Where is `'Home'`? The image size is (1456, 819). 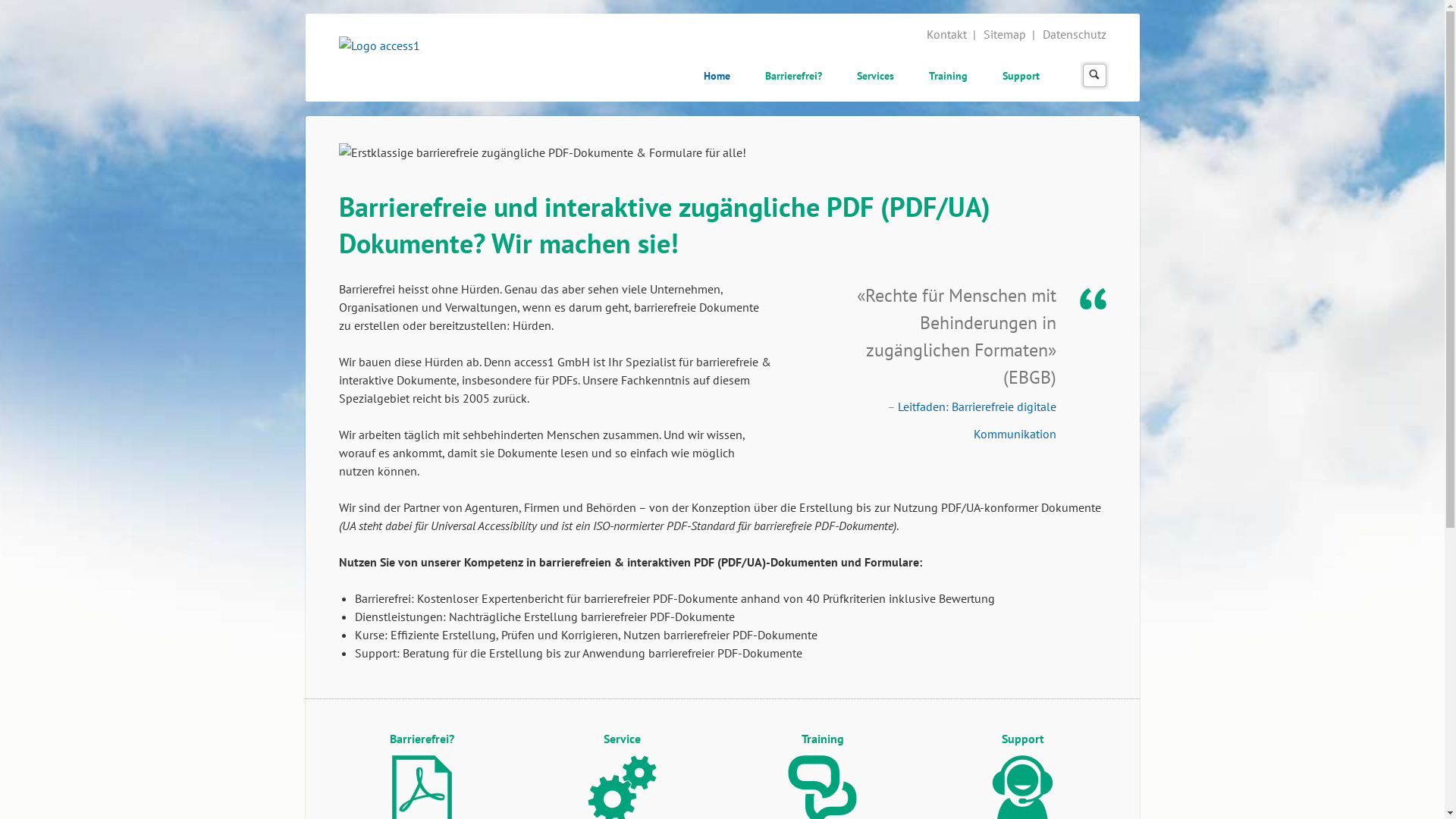 'Home' is located at coordinates (691, 77).